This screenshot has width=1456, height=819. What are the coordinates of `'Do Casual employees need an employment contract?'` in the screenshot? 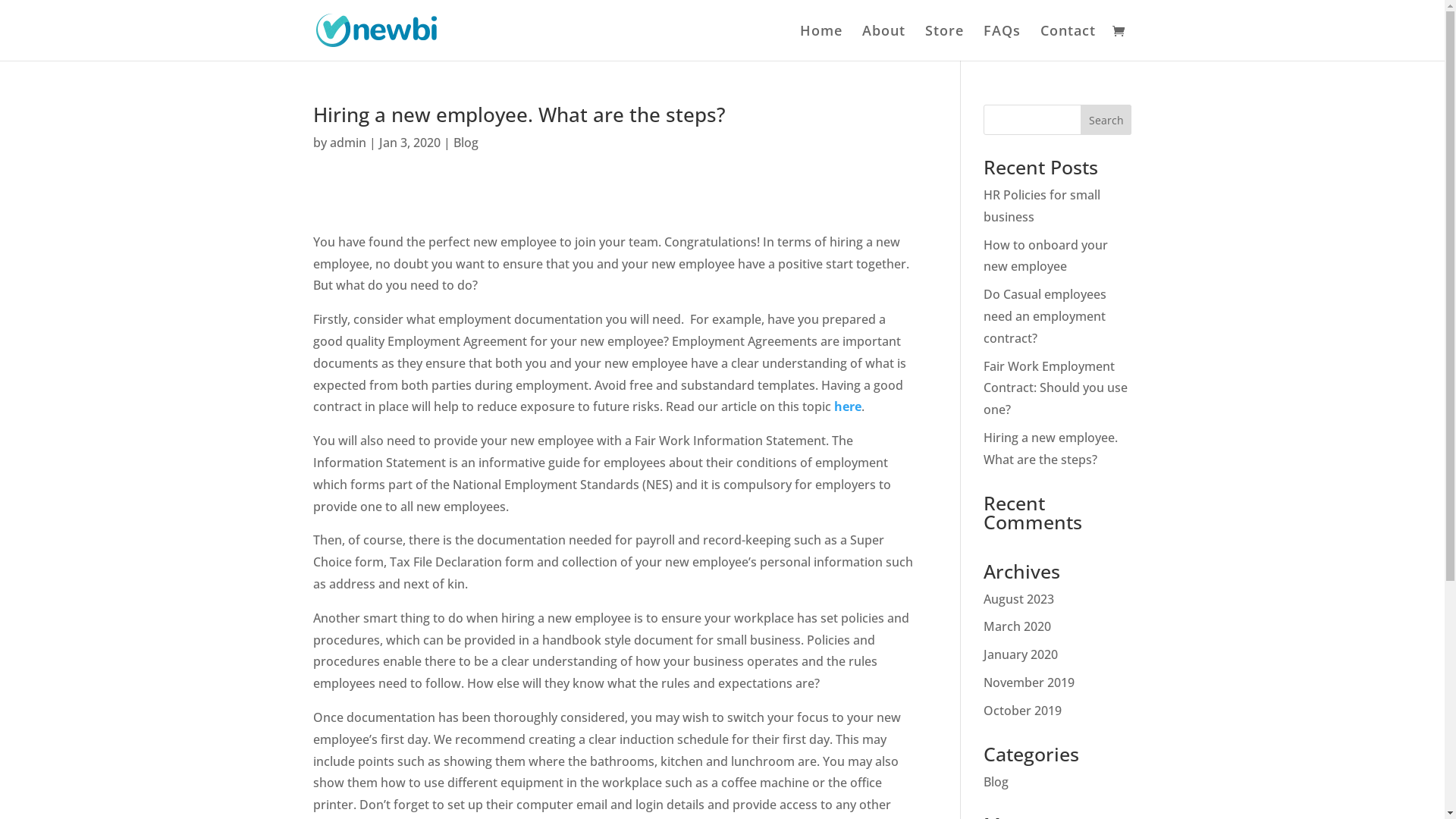 It's located at (1043, 315).